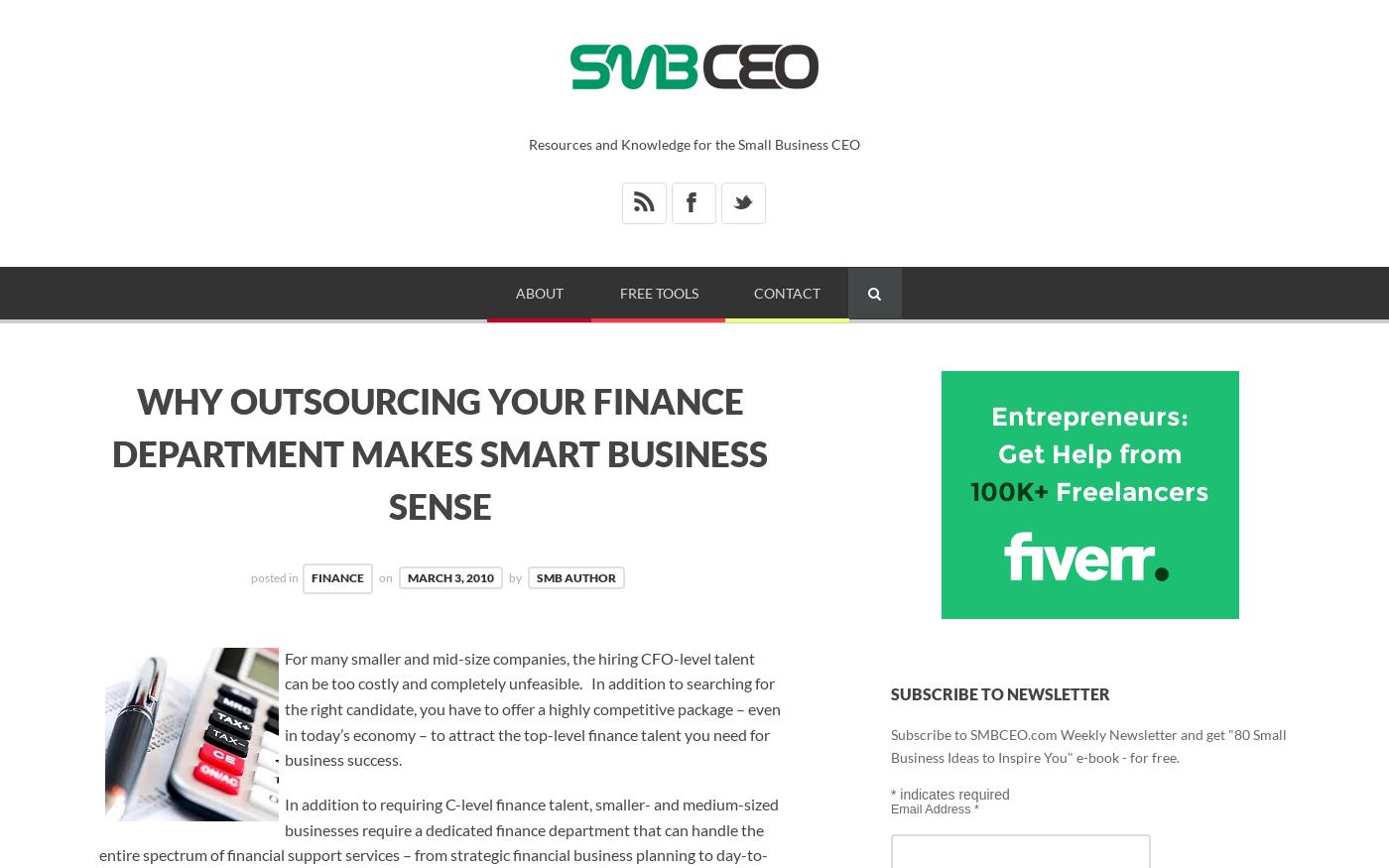 The height and width of the screenshot is (868, 1389). I want to click on 'posted in', so click(275, 576).